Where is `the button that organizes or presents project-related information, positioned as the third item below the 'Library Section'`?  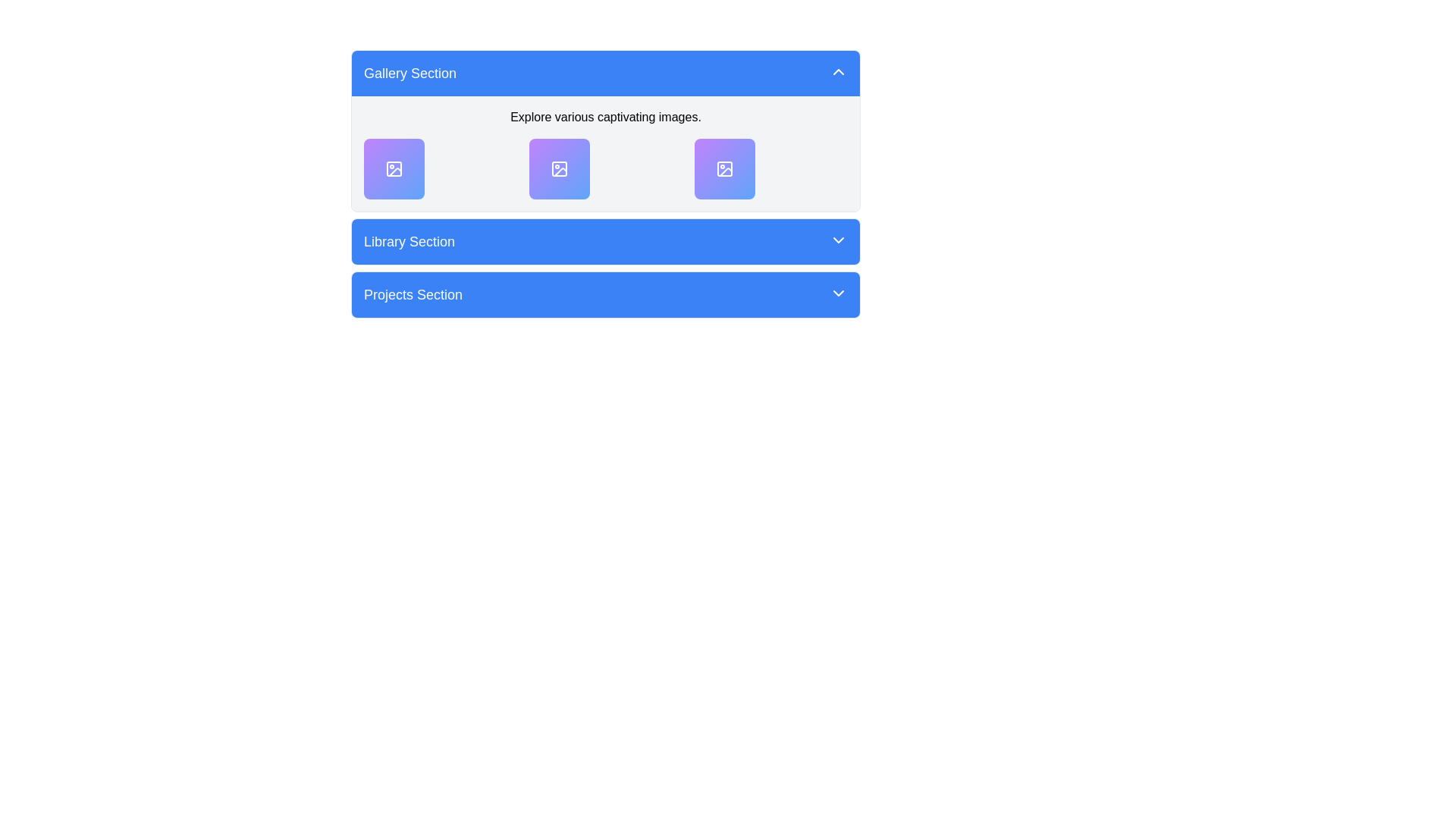
the button that organizes or presents project-related information, positioned as the third item below the 'Library Section' is located at coordinates (604, 295).